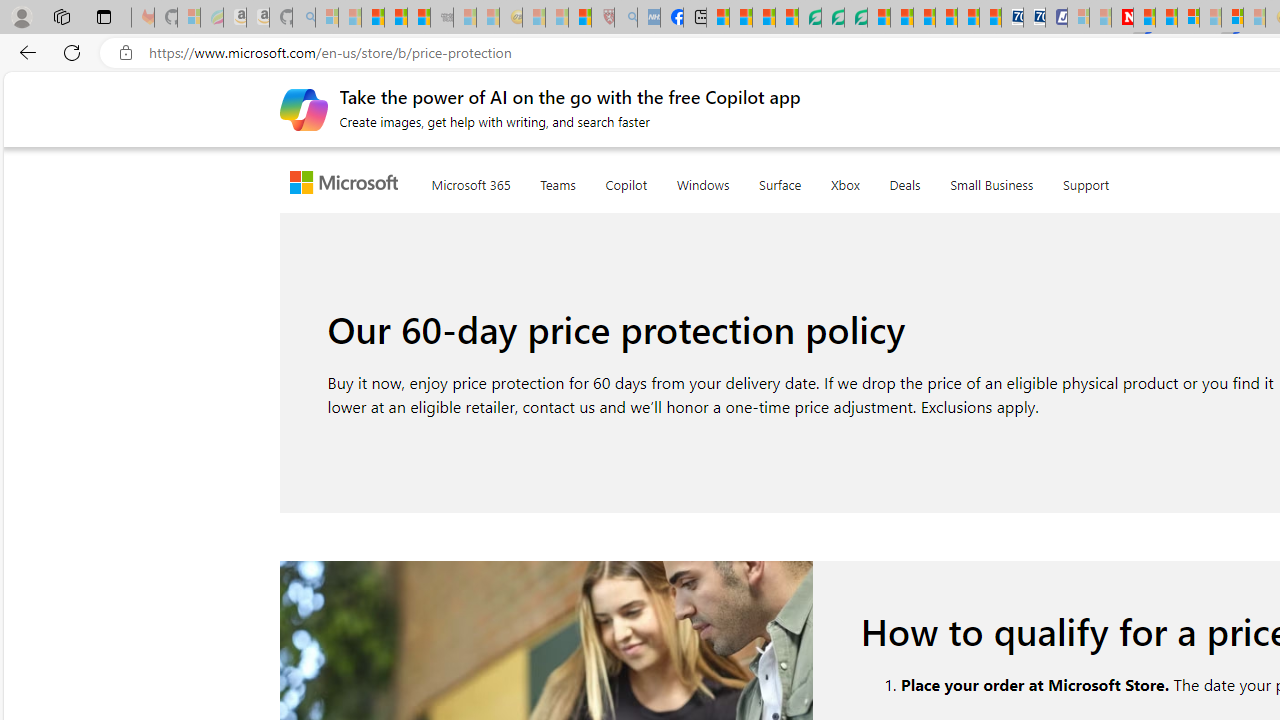 The height and width of the screenshot is (720, 1280). I want to click on 'Microsoft Word - consumer-privacy address update 2.2021', so click(855, 17).